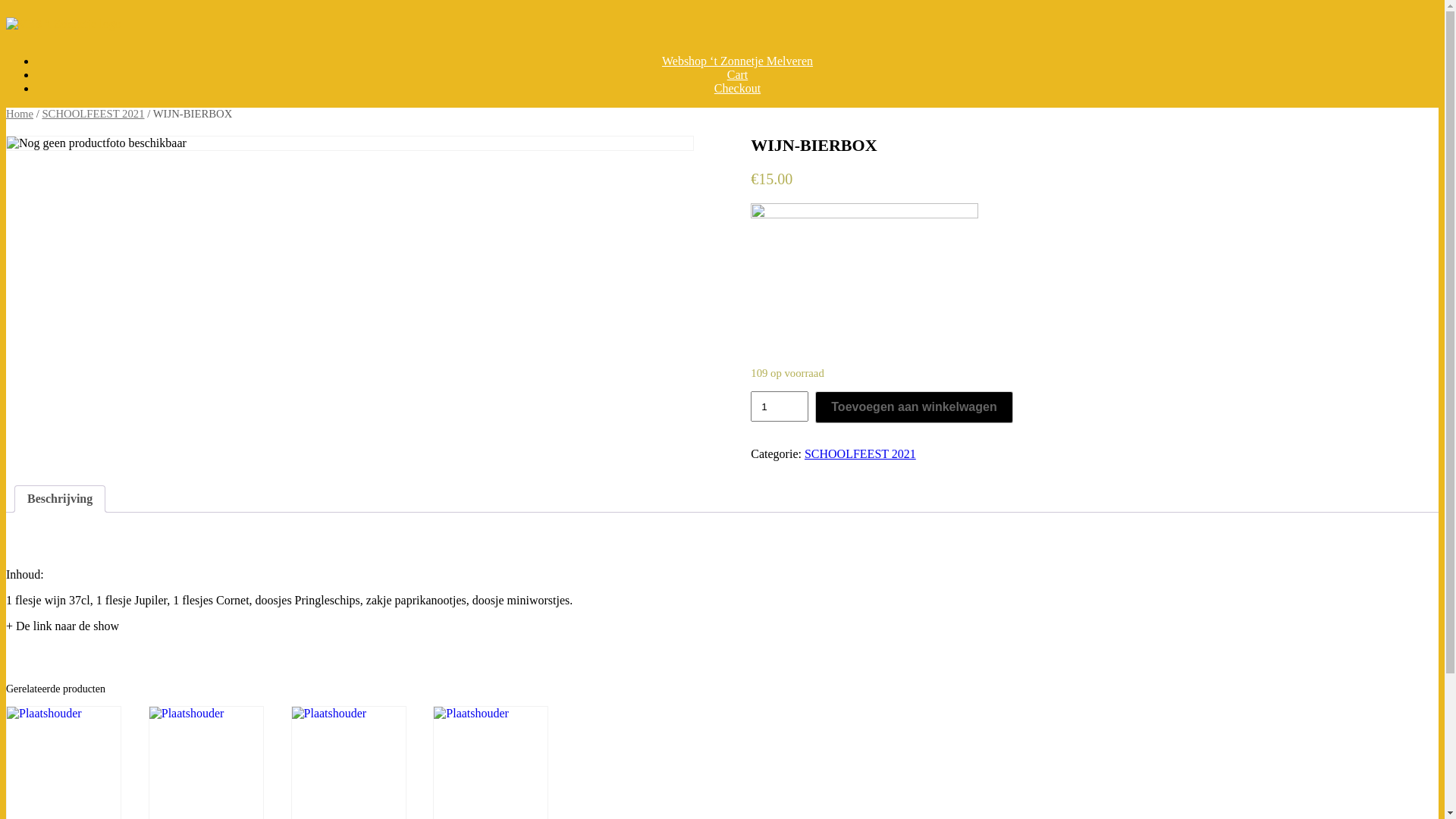  Describe the element at coordinates (860, 453) in the screenshot. I see `'SCHOOLFEEST 2021'` at that location.